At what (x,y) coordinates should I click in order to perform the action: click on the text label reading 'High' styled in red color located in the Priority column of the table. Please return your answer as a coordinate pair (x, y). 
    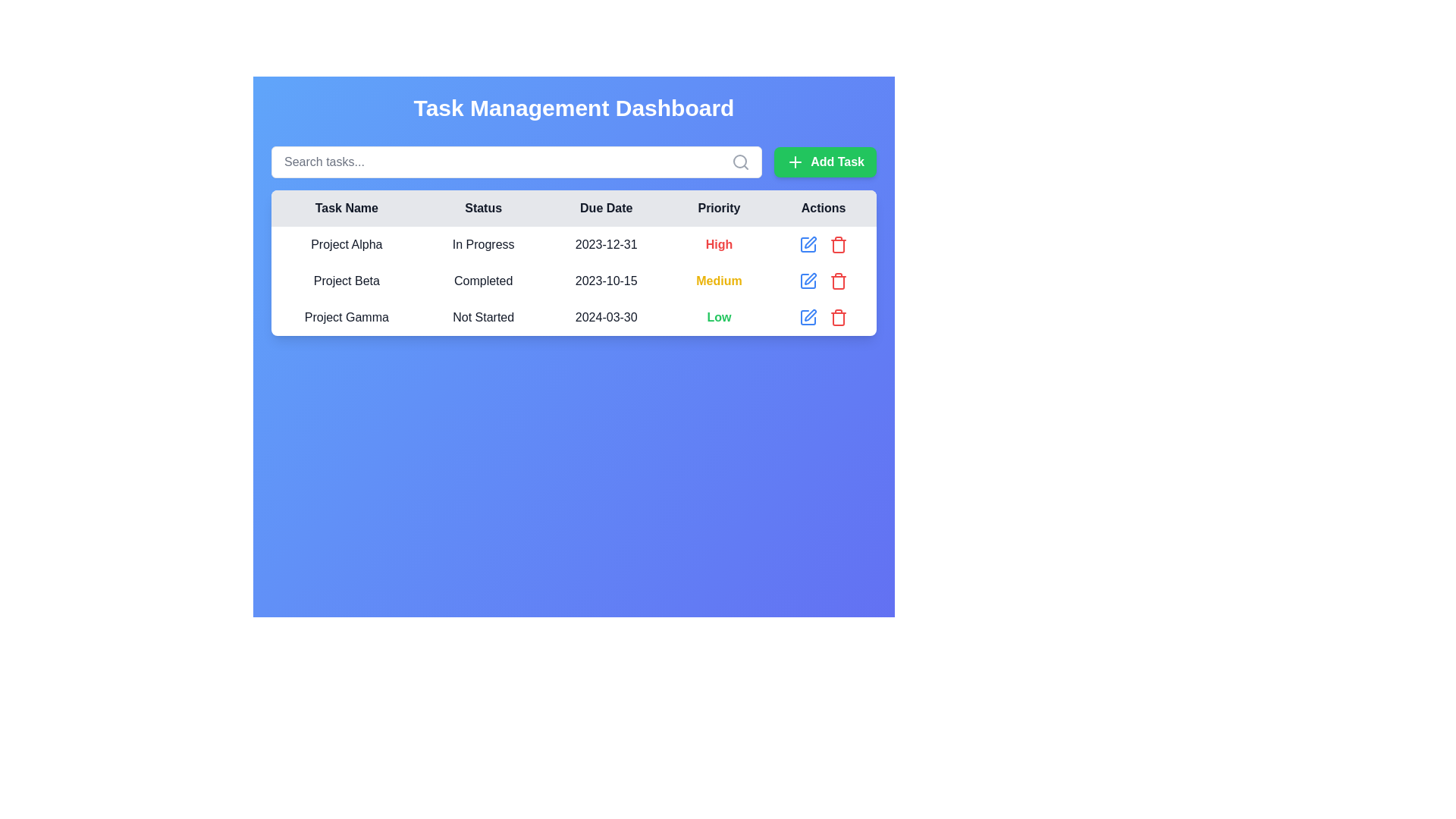
    Looking at the image, I should click on (718, 243).